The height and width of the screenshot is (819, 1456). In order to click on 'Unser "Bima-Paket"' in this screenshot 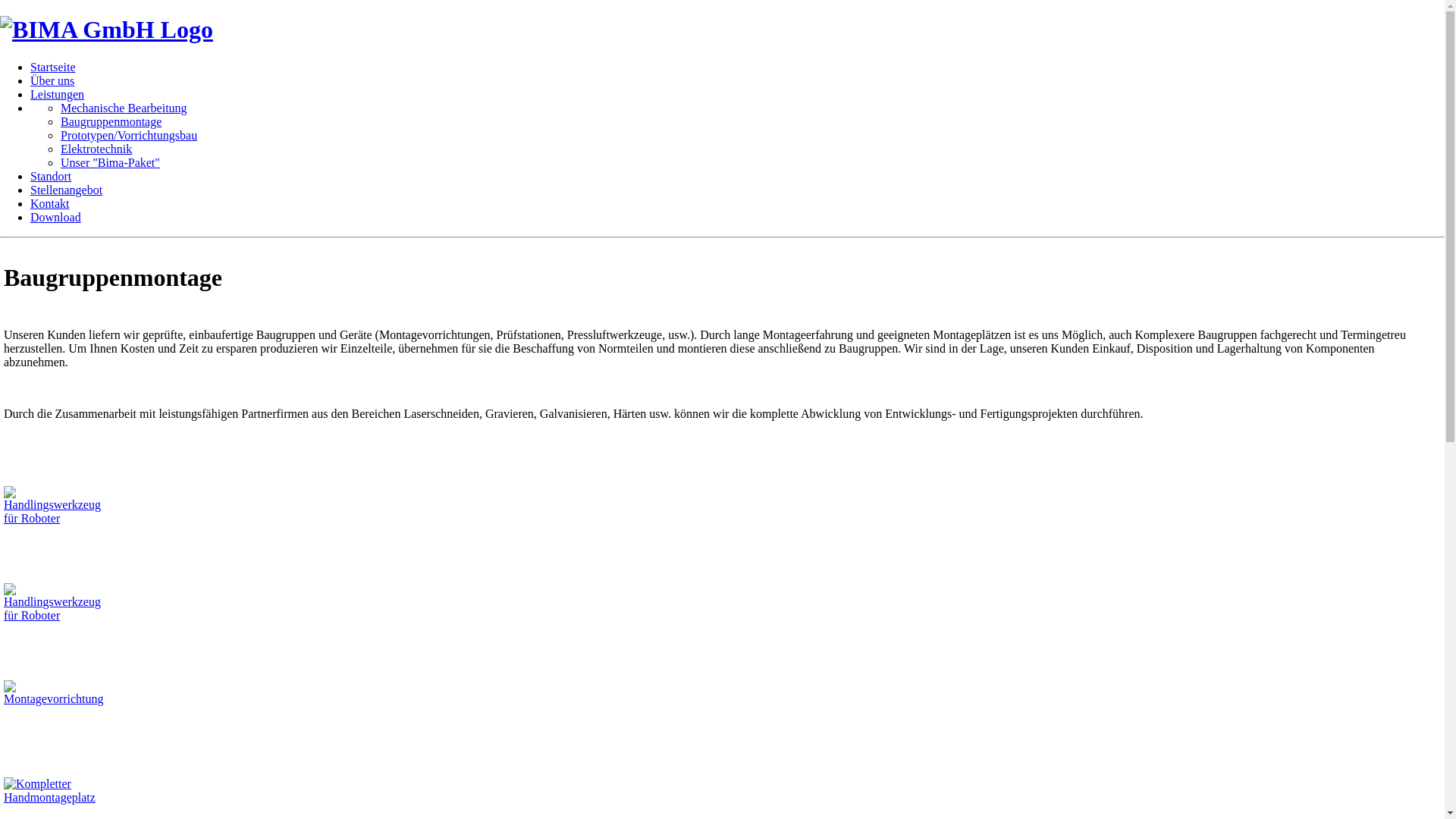, I will do `click(61, 162)`.